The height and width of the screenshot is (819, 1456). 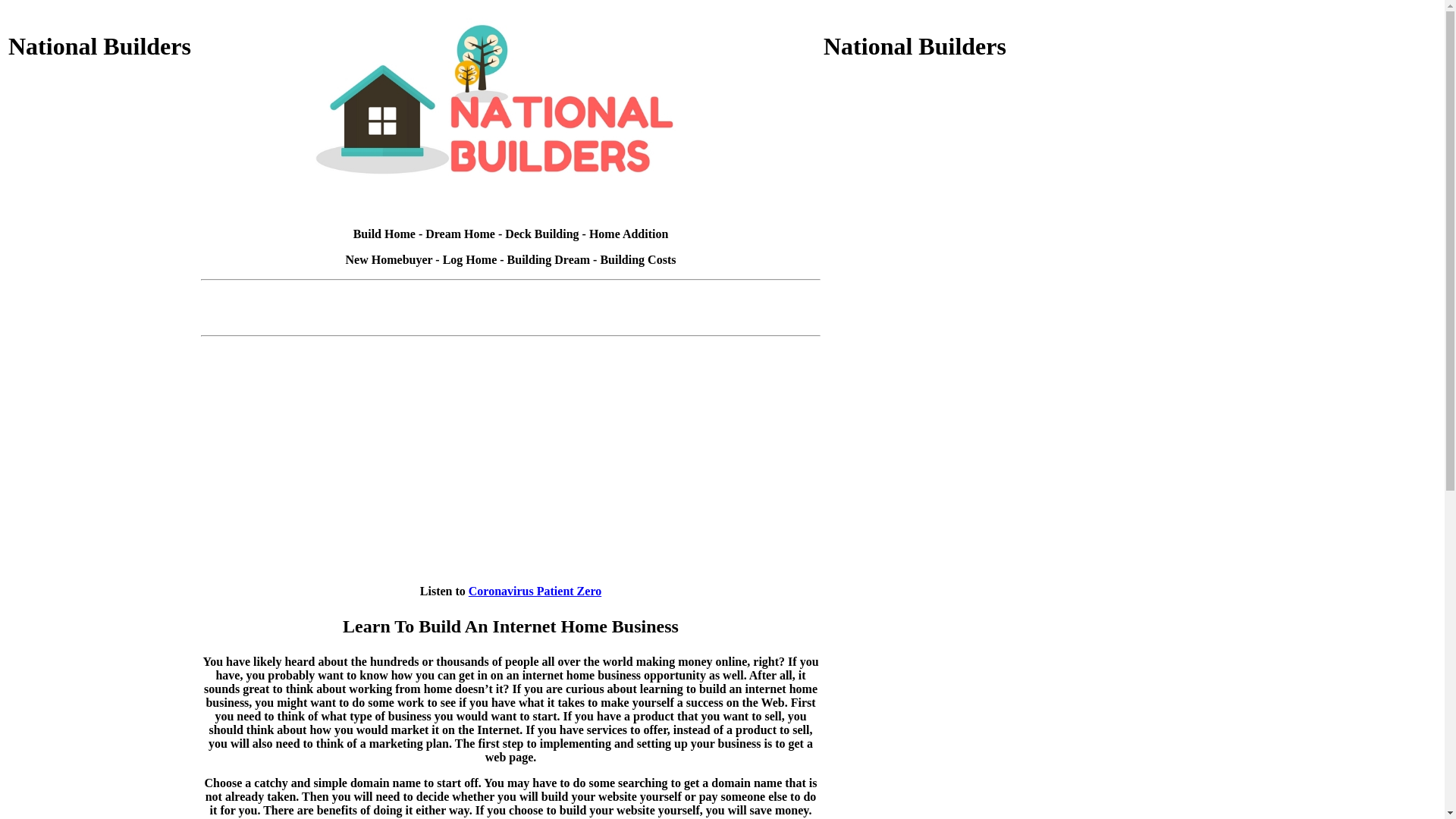 I want to click on 'Deck Building', so click(x=541, y=234).